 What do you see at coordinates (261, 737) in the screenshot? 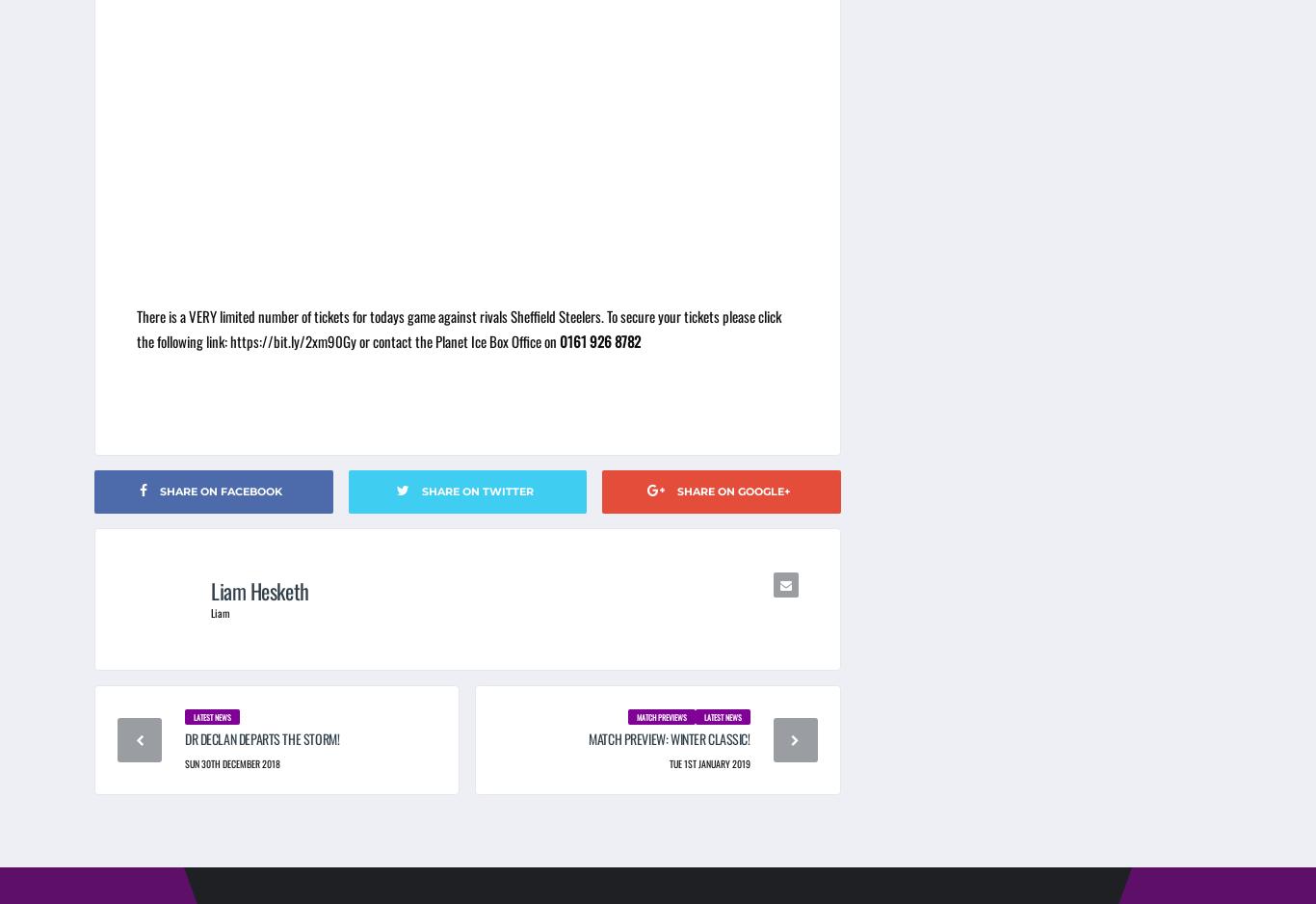
I see `'DR Declan Departs the Storm!'` at bounding box center [261, 737].